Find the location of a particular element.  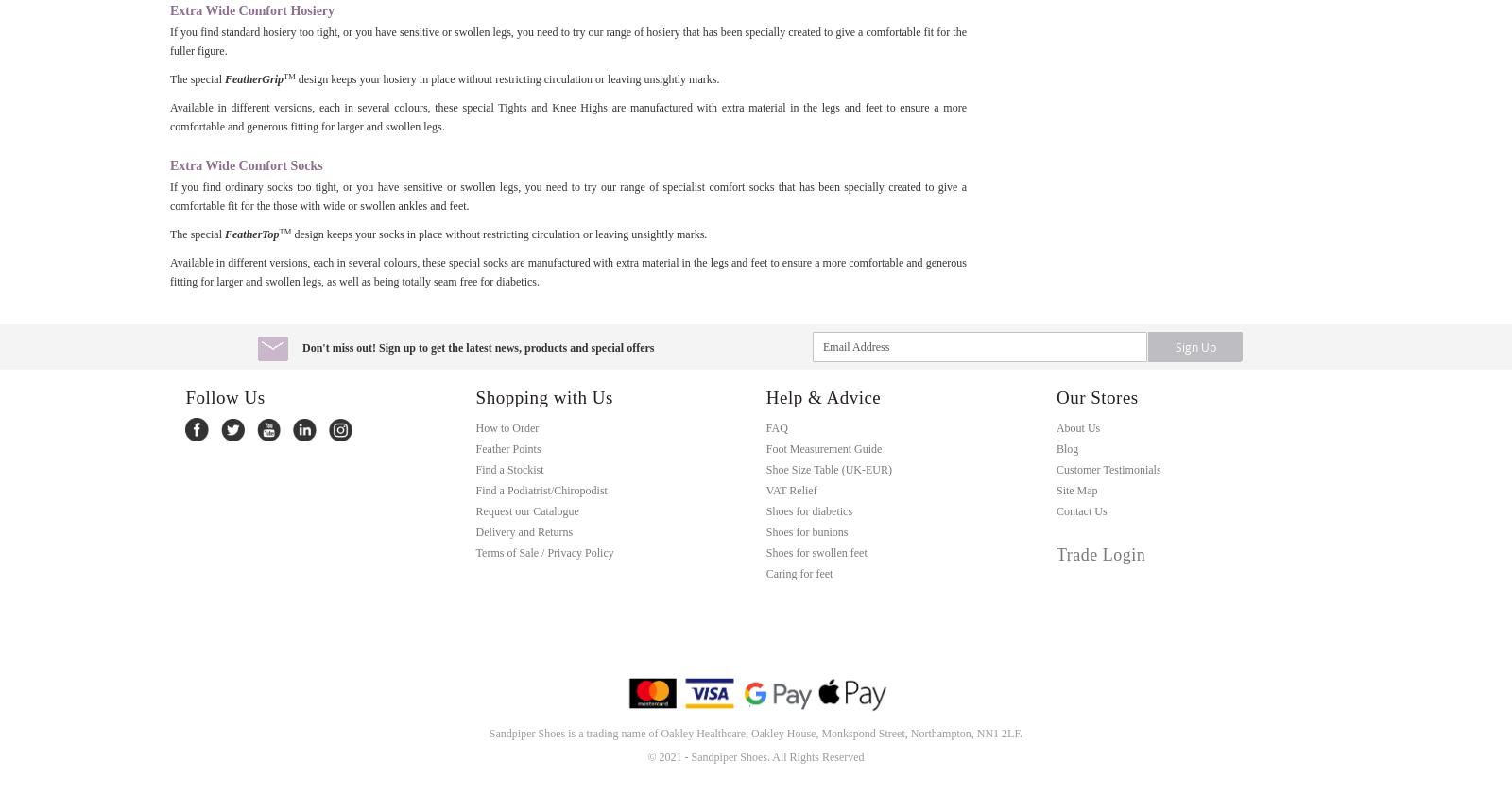

'Shoe Size Table (UK-EUR)' is located at coordinates (827, 469).